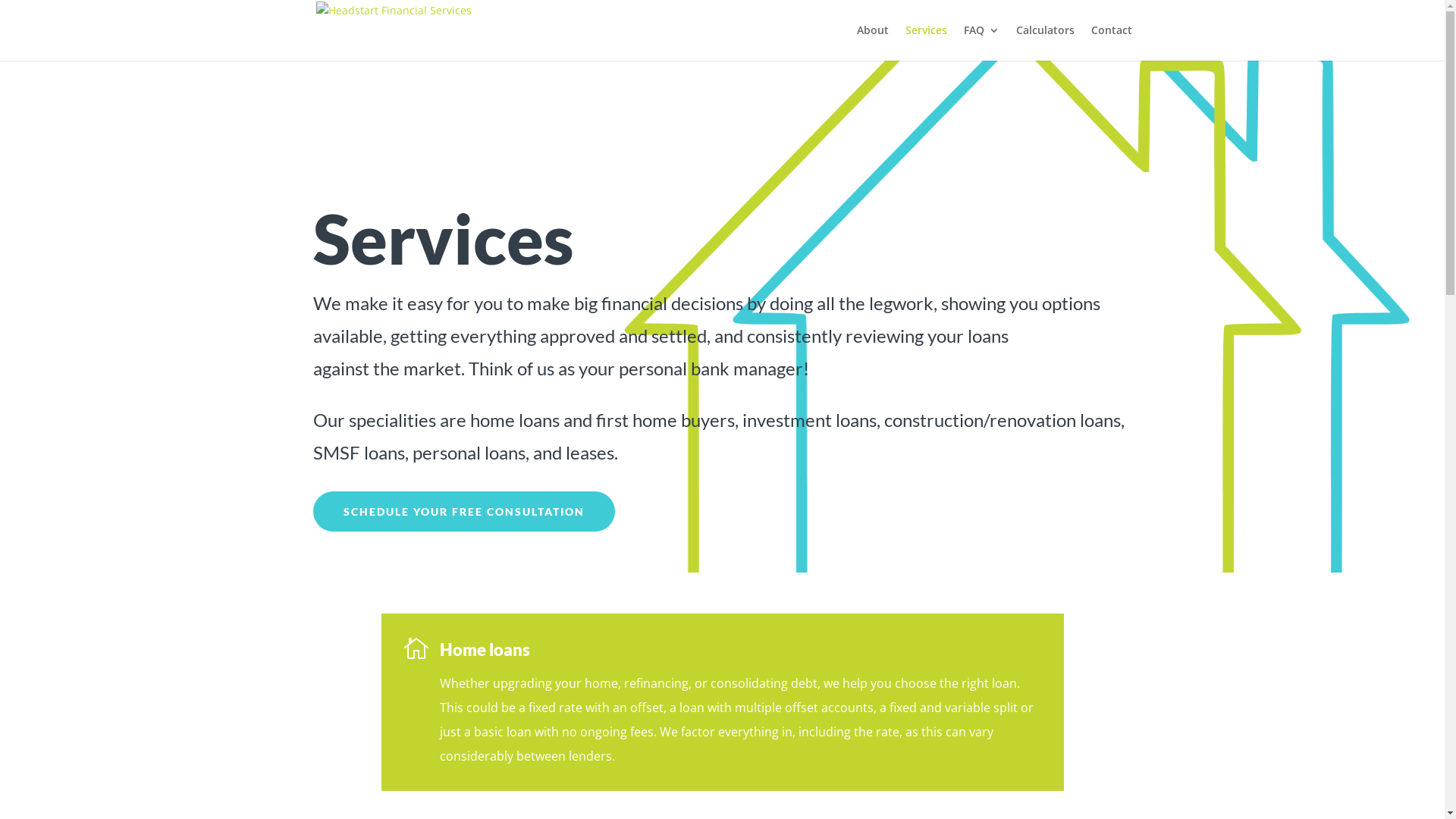  What do you see at coordinates (1044, 42) in the screenshot?
I see `'Calculators'` at bounding box center [1044, 42].